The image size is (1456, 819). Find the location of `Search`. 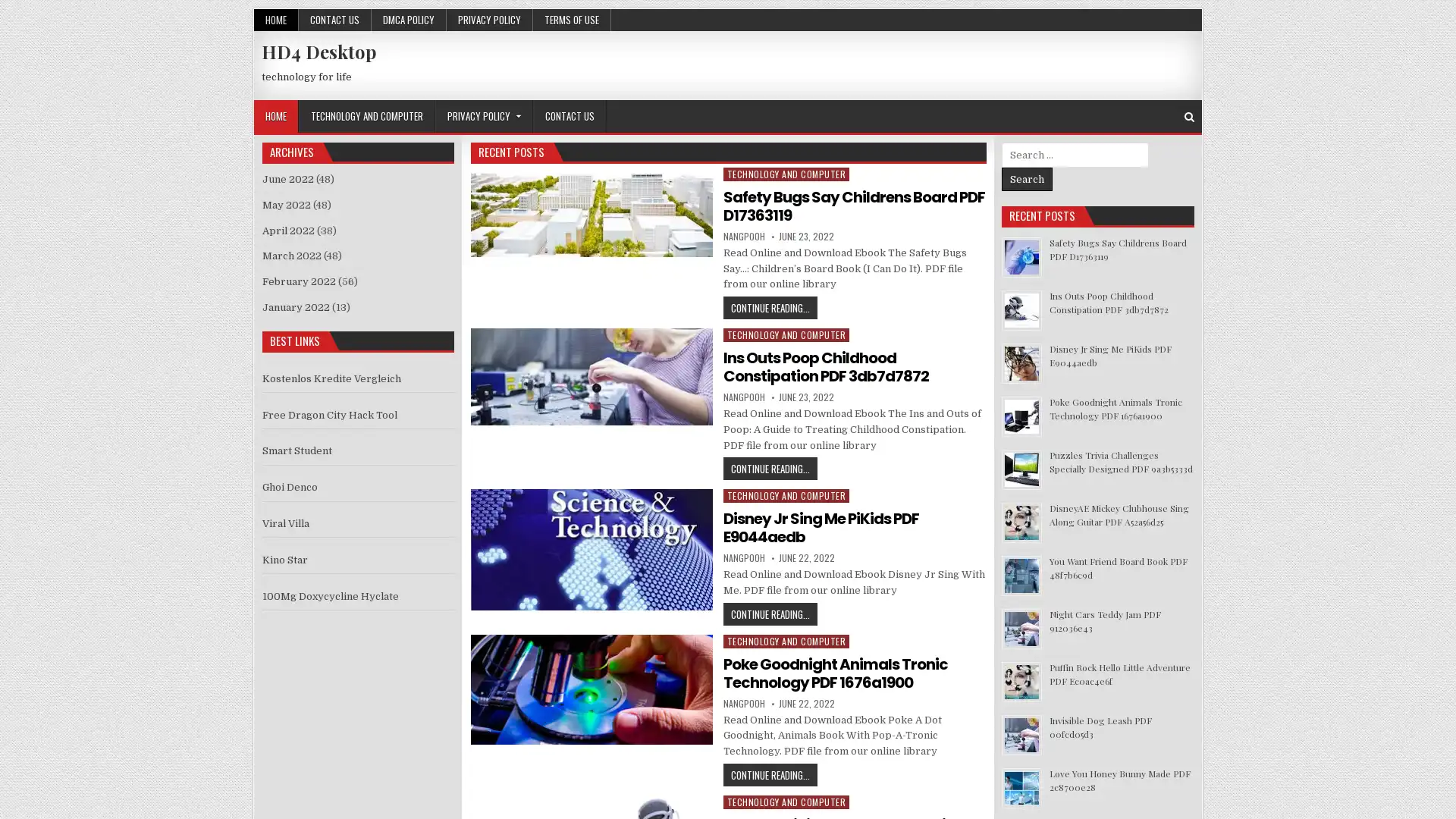

Search is located at coordinates (1027, 178).